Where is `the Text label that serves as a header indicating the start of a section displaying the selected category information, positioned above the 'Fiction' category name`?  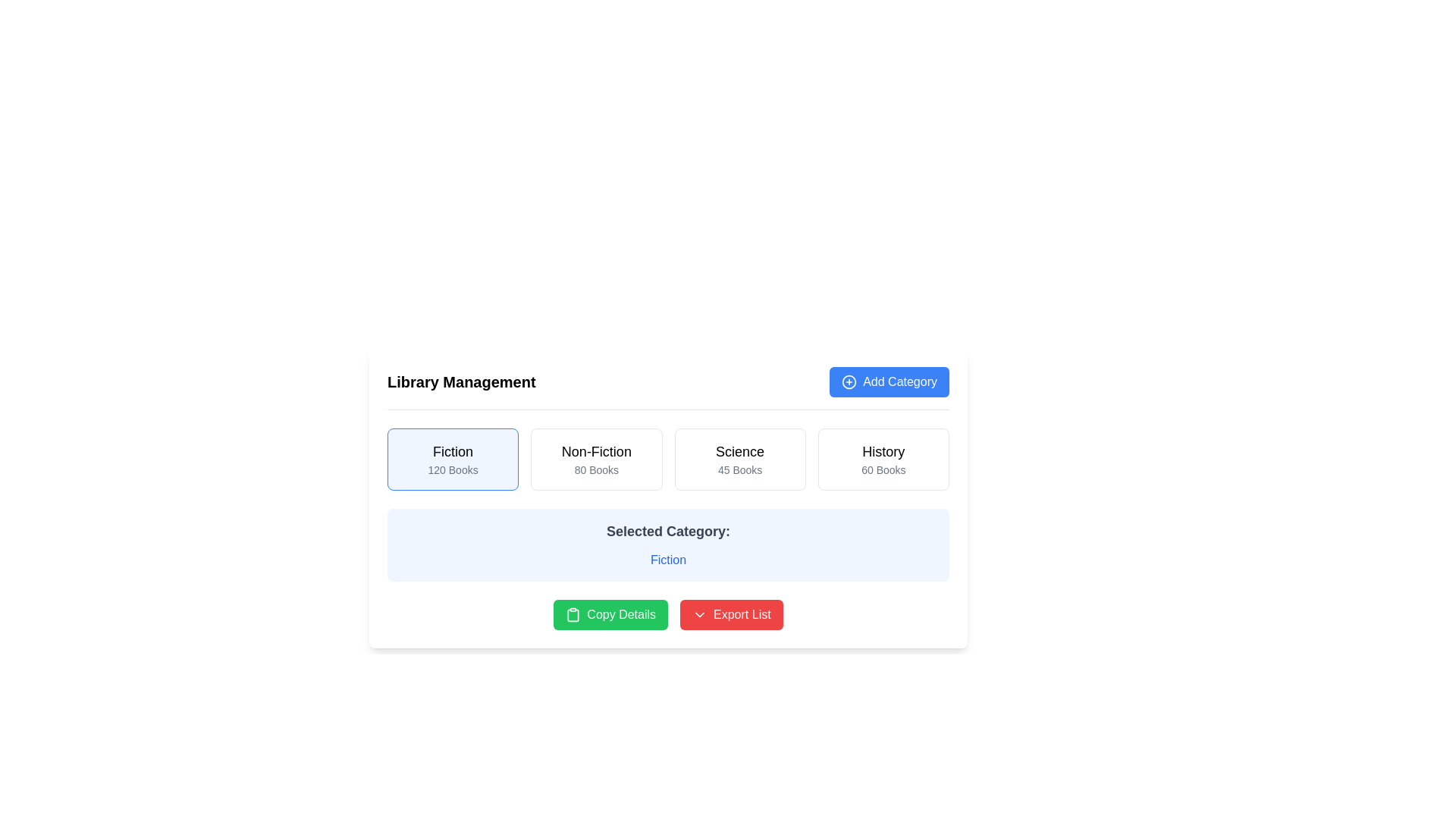 the Text label that serves as a header indicating the start of a section displaying the selected category information, positioned above the 'Fiction' category name is located at coordinates (667, 531).